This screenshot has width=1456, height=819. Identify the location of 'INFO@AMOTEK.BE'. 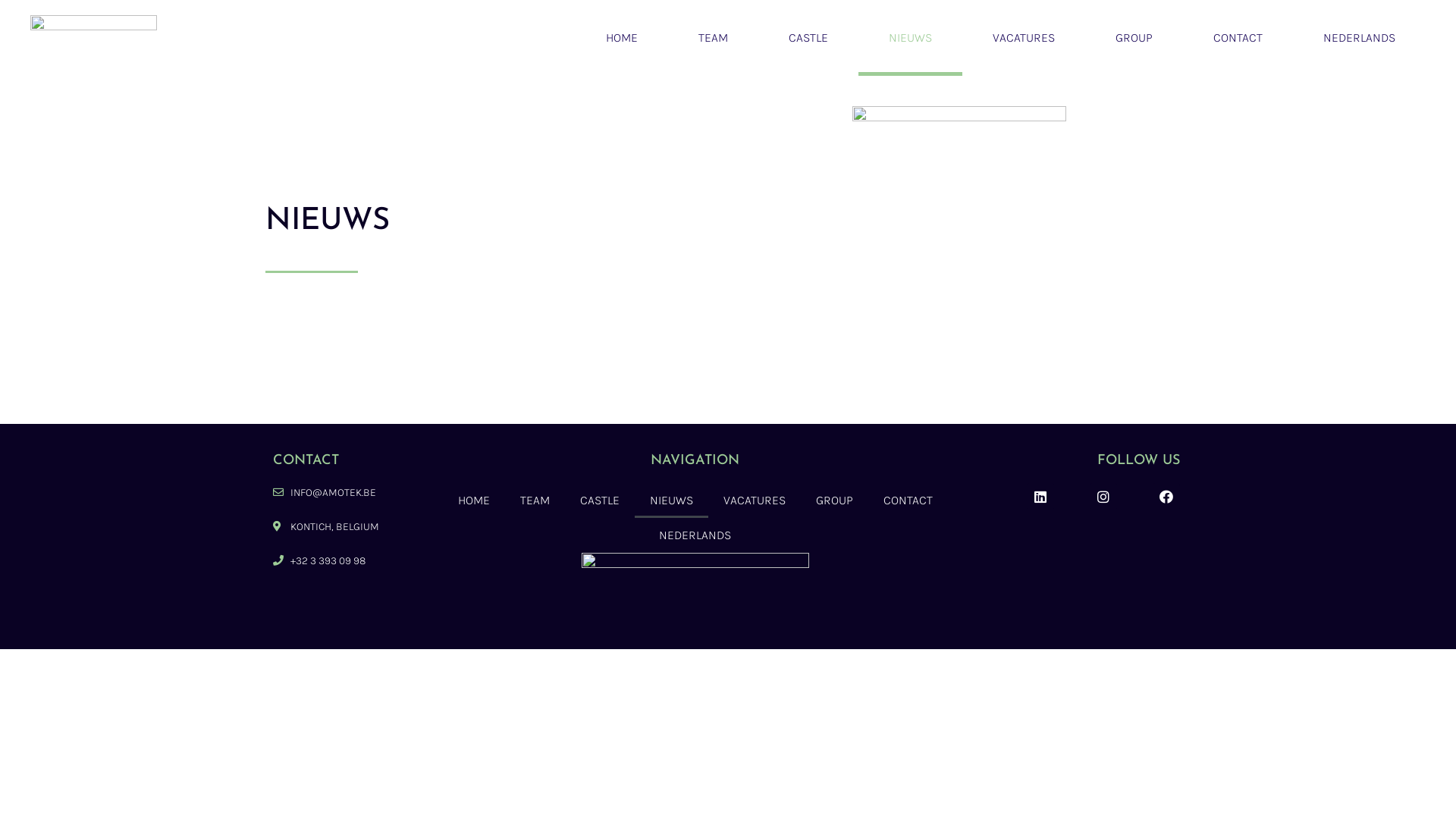
(344, 492).